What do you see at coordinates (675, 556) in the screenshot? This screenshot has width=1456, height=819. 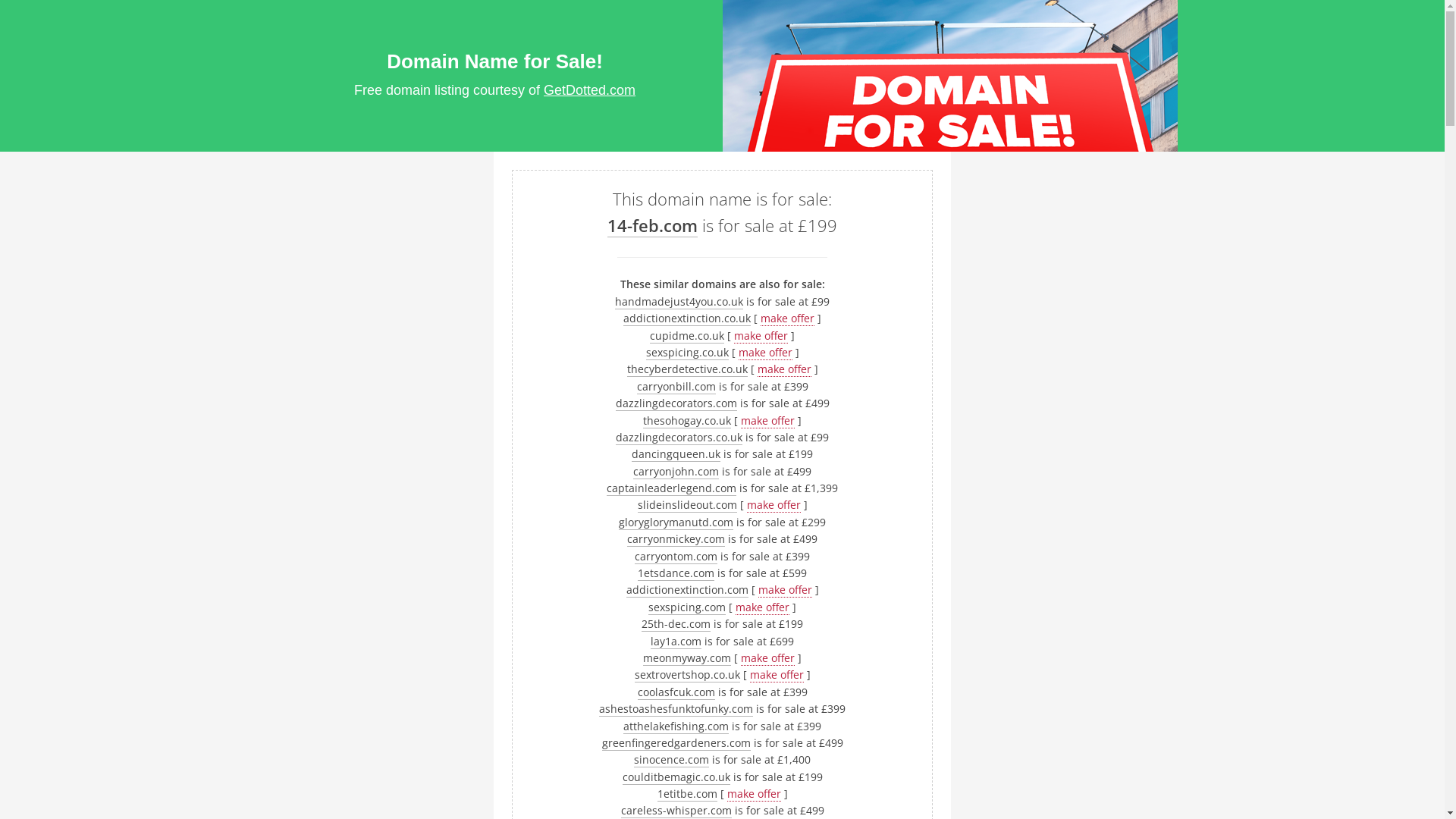 I see `'carryontom.com'` at bounding box center [675, 556].